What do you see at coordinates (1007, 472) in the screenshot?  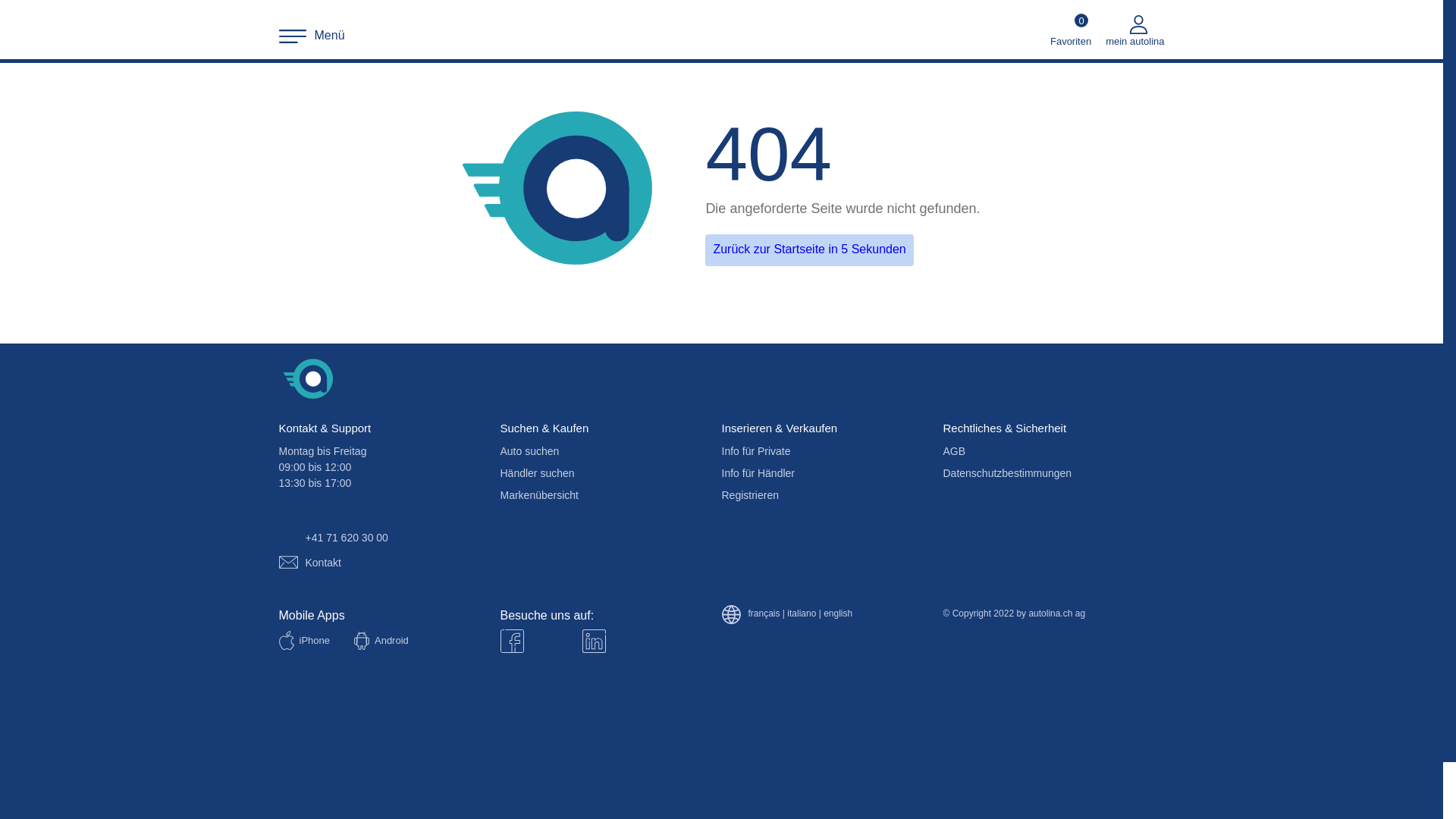 I see `'Datenschutzbestimmungen'` at bounding box center [1007, 472].